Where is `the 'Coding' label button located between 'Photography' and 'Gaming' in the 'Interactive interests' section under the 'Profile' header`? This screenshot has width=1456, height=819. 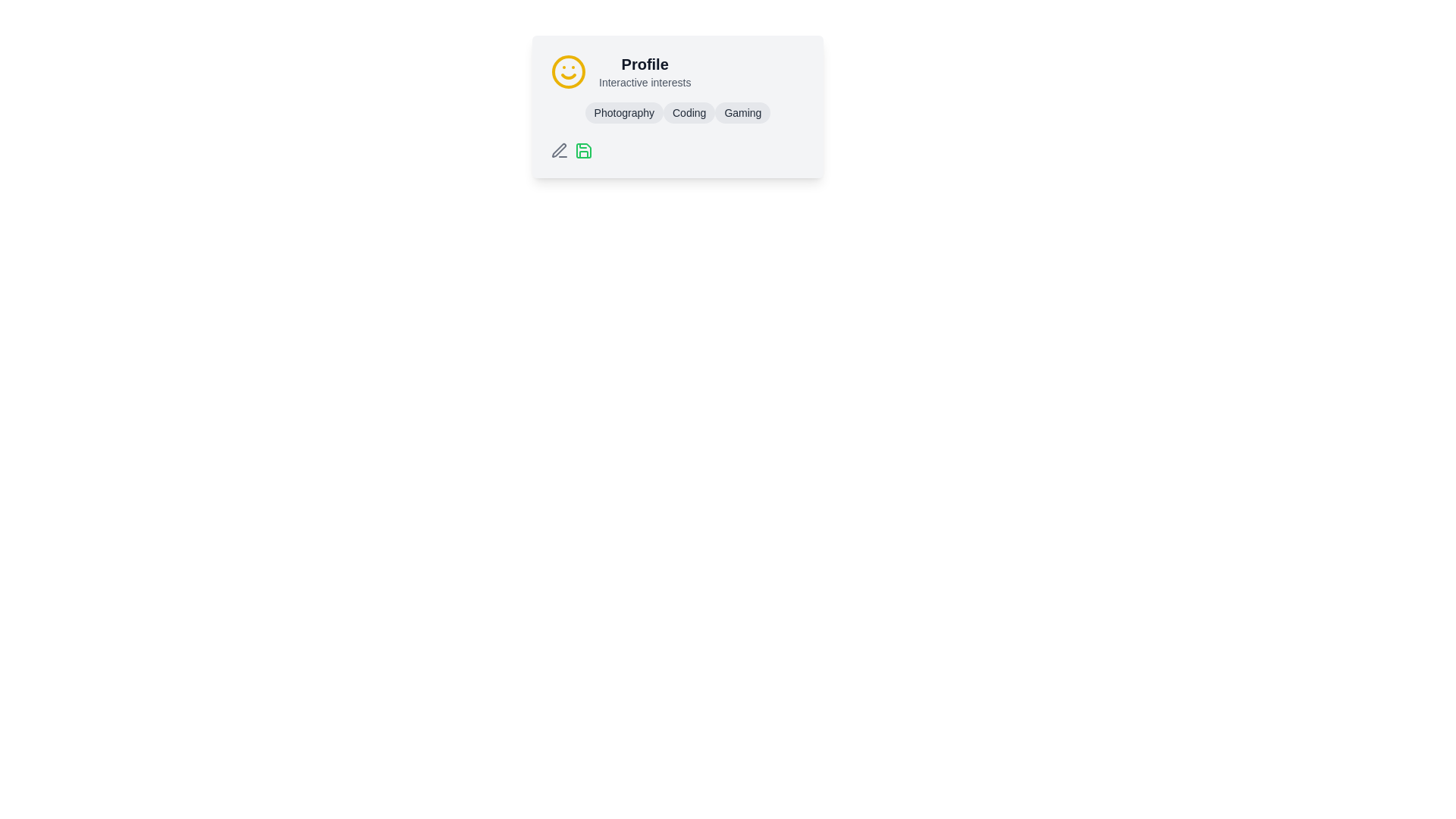
the 'Coding' label button located between 'Photography' and 'Gaming' in the 'Interactive interests' section under the 'Profile' header is located at coordinates (689, 112).